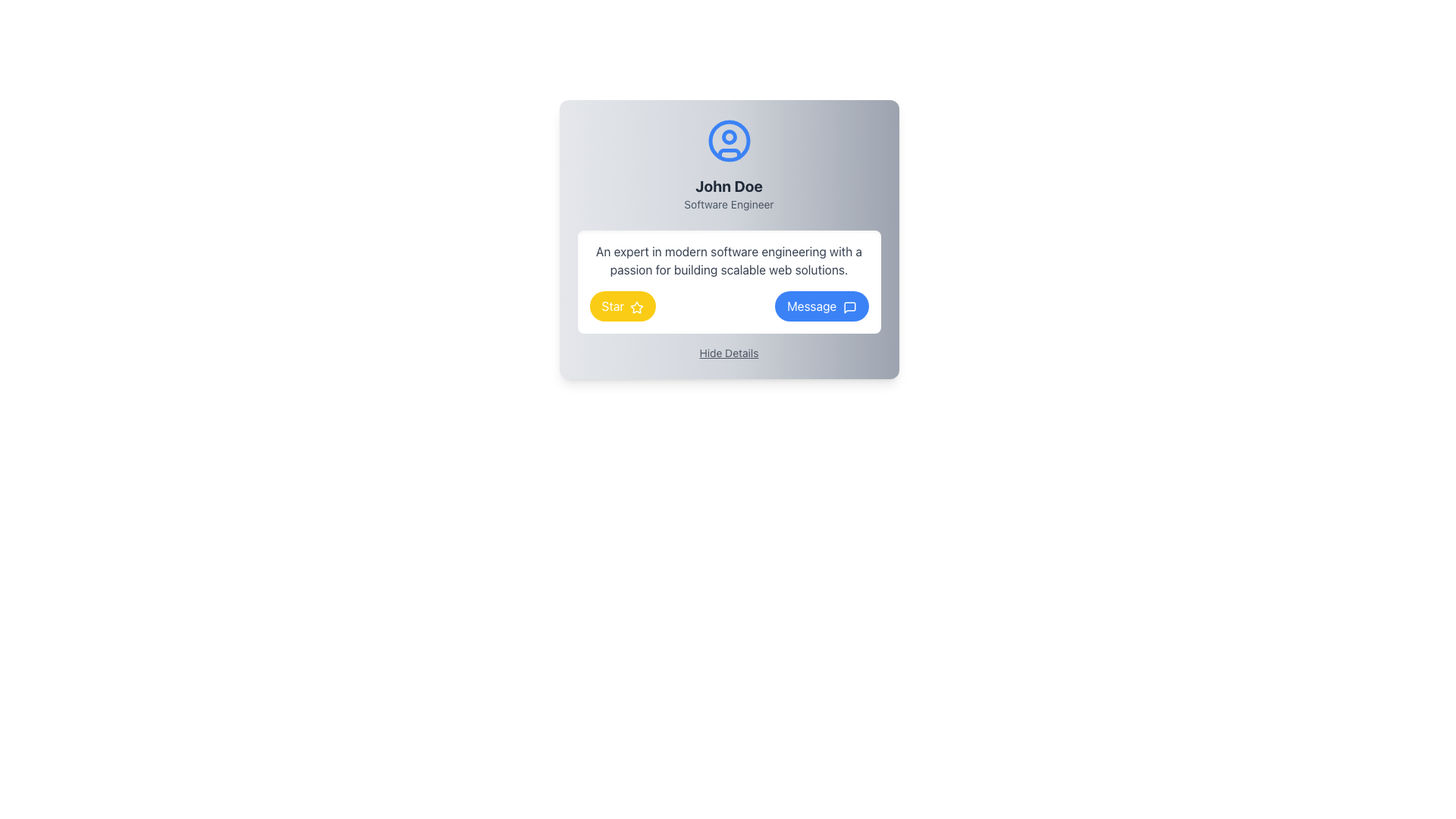  Describe the element at coordinates (729, 140) in the screenshot. I see `the circular user profile icon with a blue outline located at the top central region of the card interface, above the text 'John Doe' and 'Software Engineer'` at that location.